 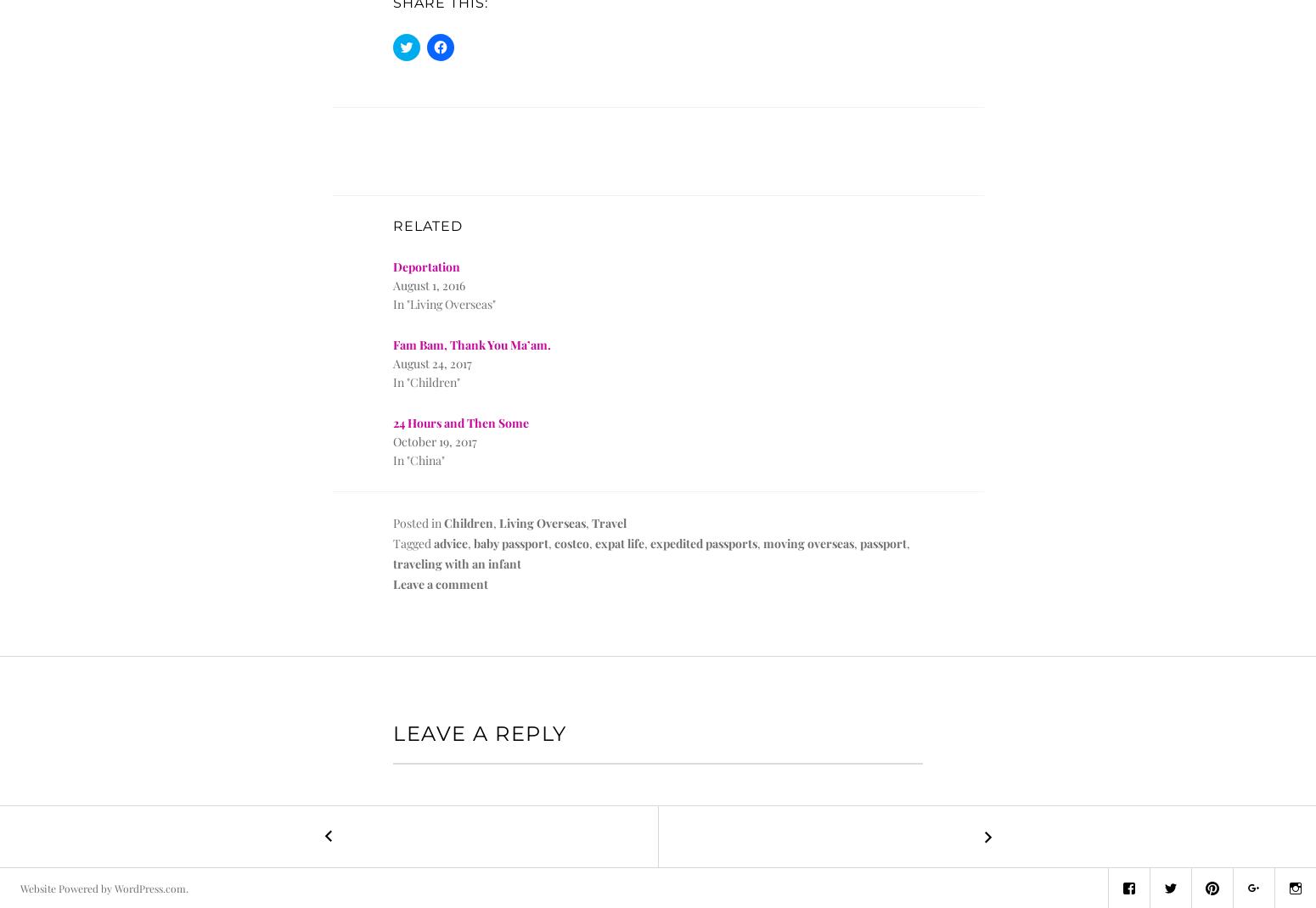 I want to click on 'Deportation', so click(x=425, y=266).